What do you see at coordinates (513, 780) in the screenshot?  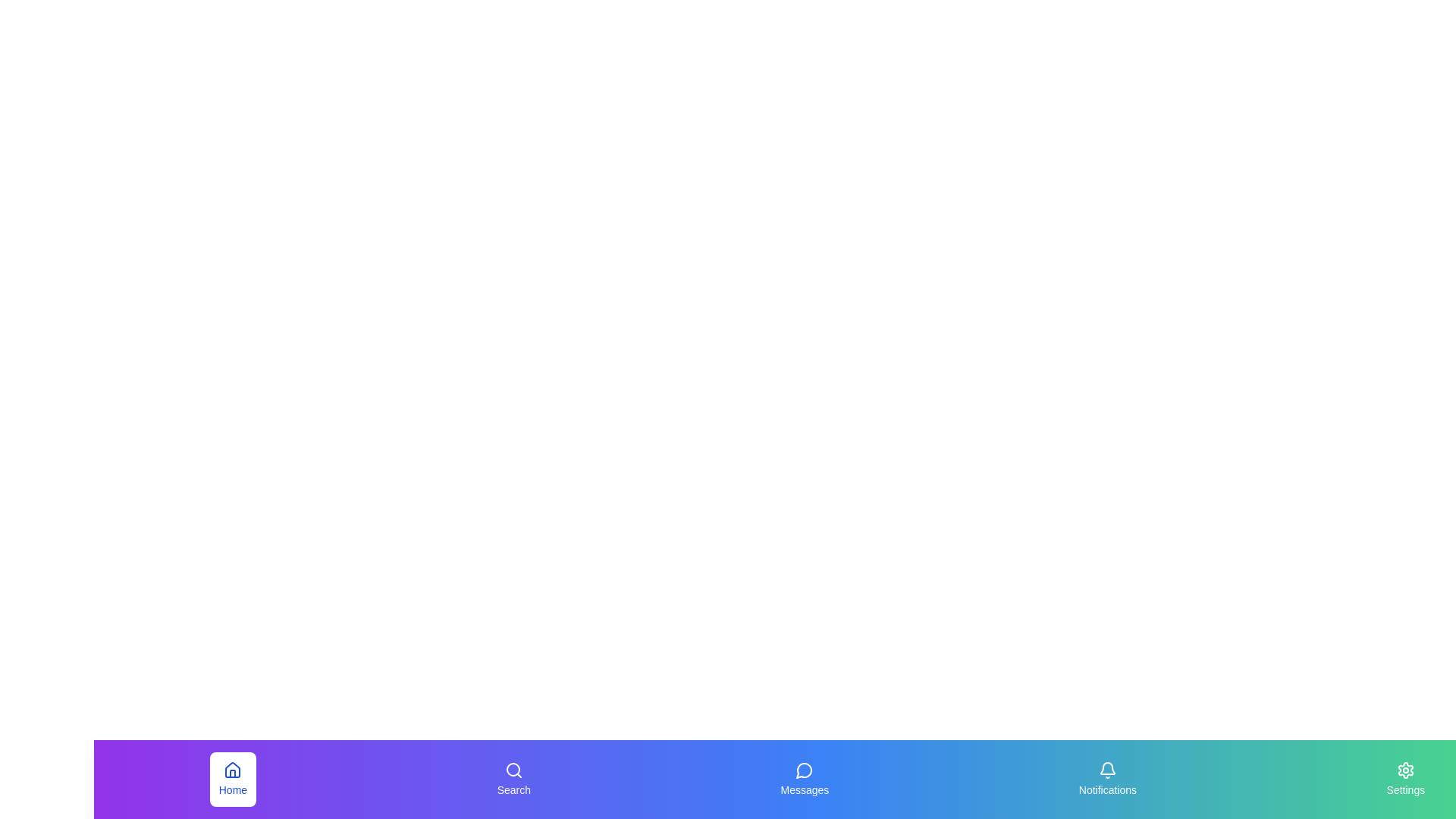 I see `the navigation tab labeled Search` at bounding box center [513, 780].